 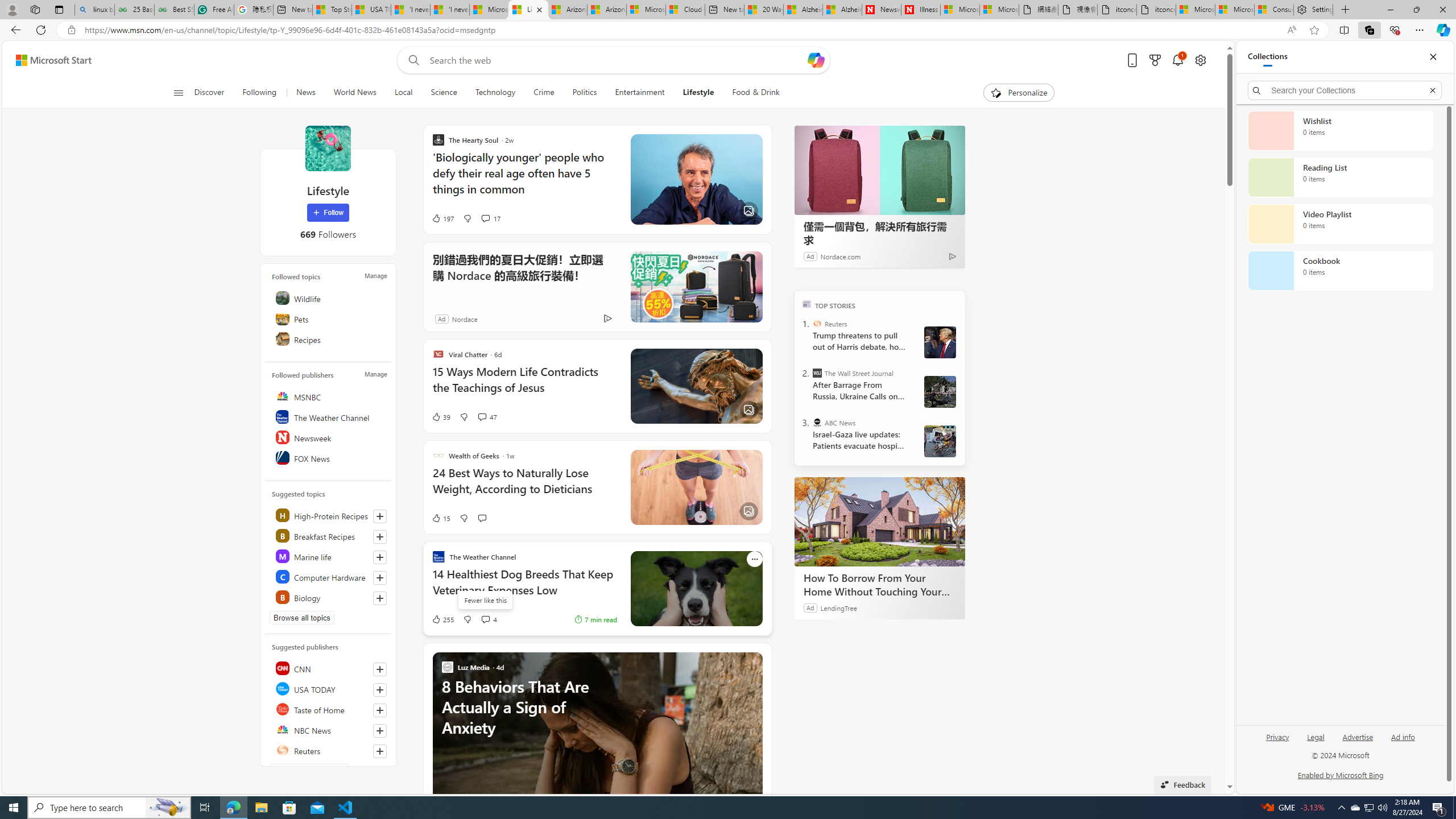 What do you see at coordinates (806, 303) in the screenshot?
I see `'TOP'` at bounding box center [806, 303].